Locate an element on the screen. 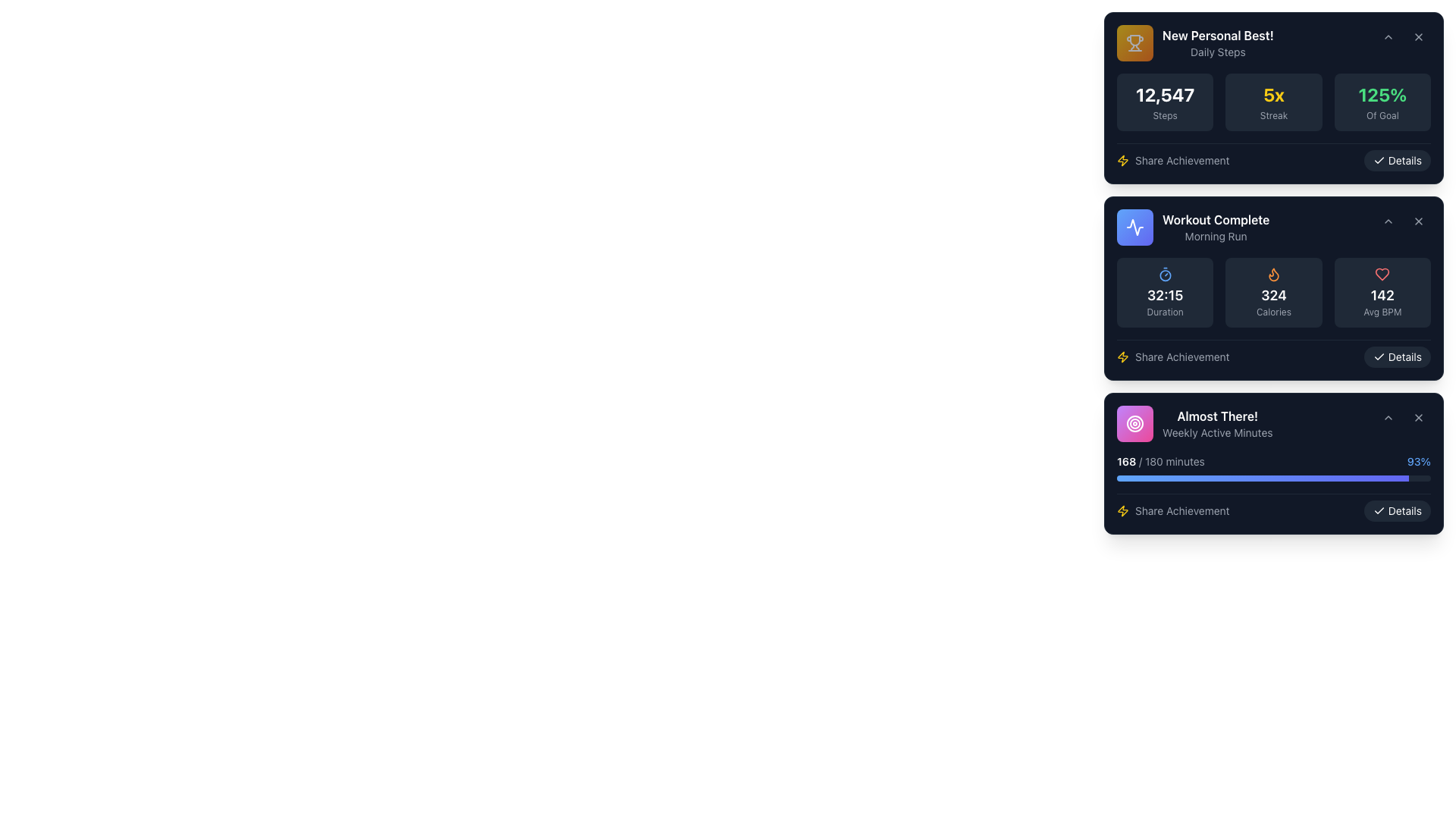  the Informational Card displaying a red heart icon at the top, with the large number '142' and the text 'Avg BPM' below it, which is the third card from the left in a row of three cards is located at coordinates (1382, 292).